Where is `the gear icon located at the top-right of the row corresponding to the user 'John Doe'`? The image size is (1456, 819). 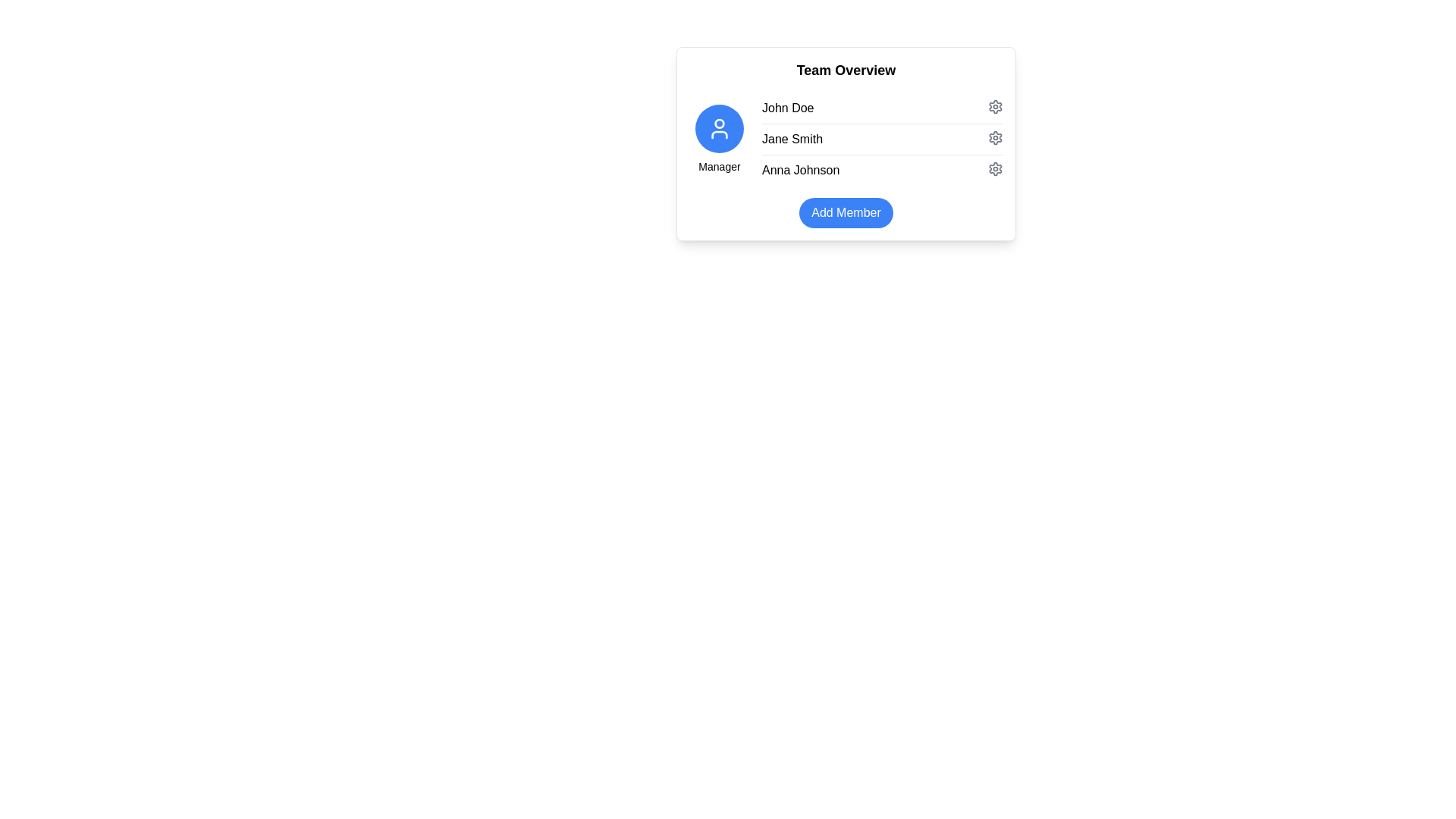 the gear icon located at the top-right of the row corresponding to the user 'John Doe' is located at coordinates (996, 106).